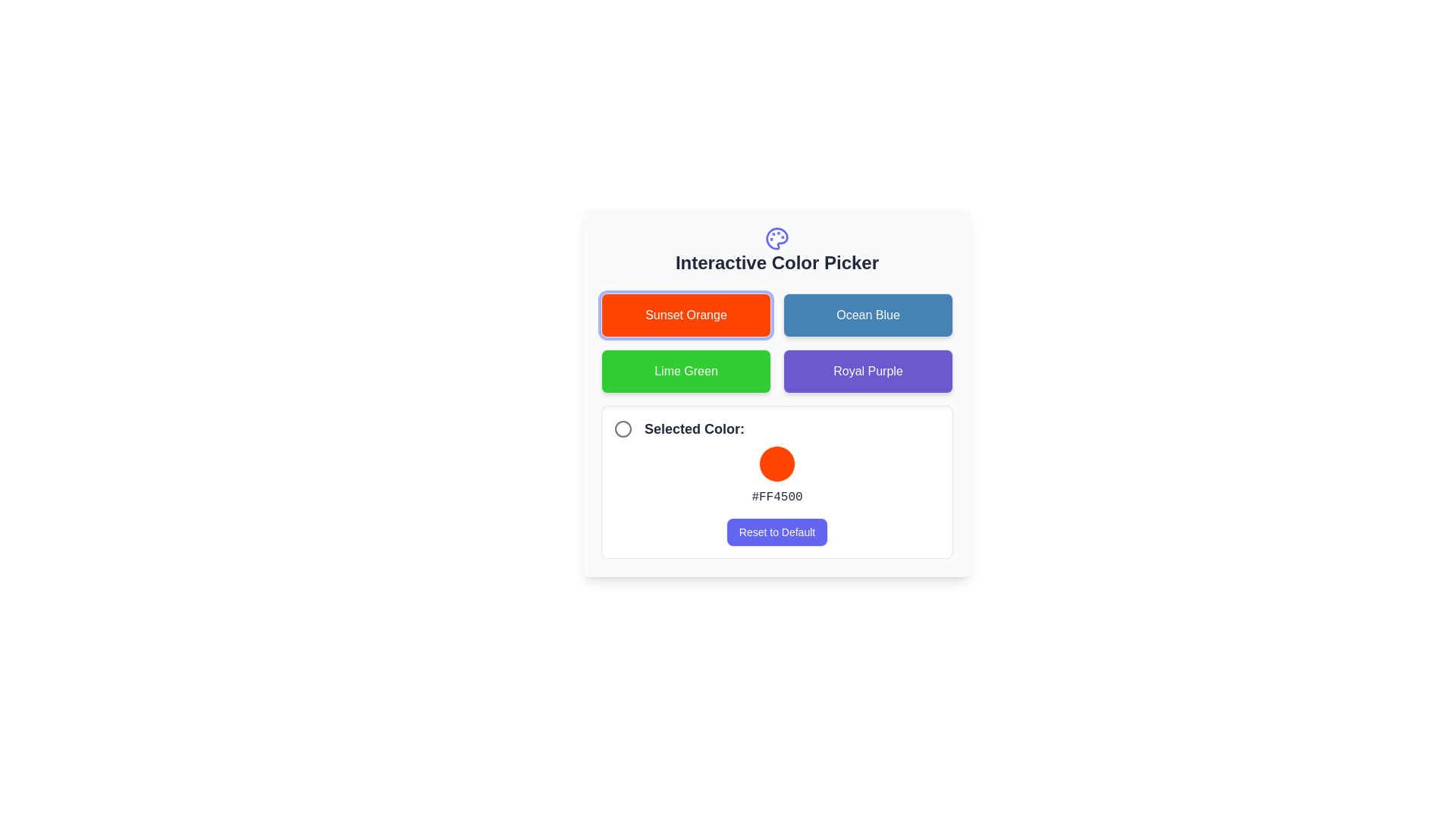  Describe the element at coordinates (686, 371) in the screenshot. I see `the Text label that indicates the selected color option within the 'Lime Green' button, which is located in the second row, first column of a 2x2 grid` at that location.